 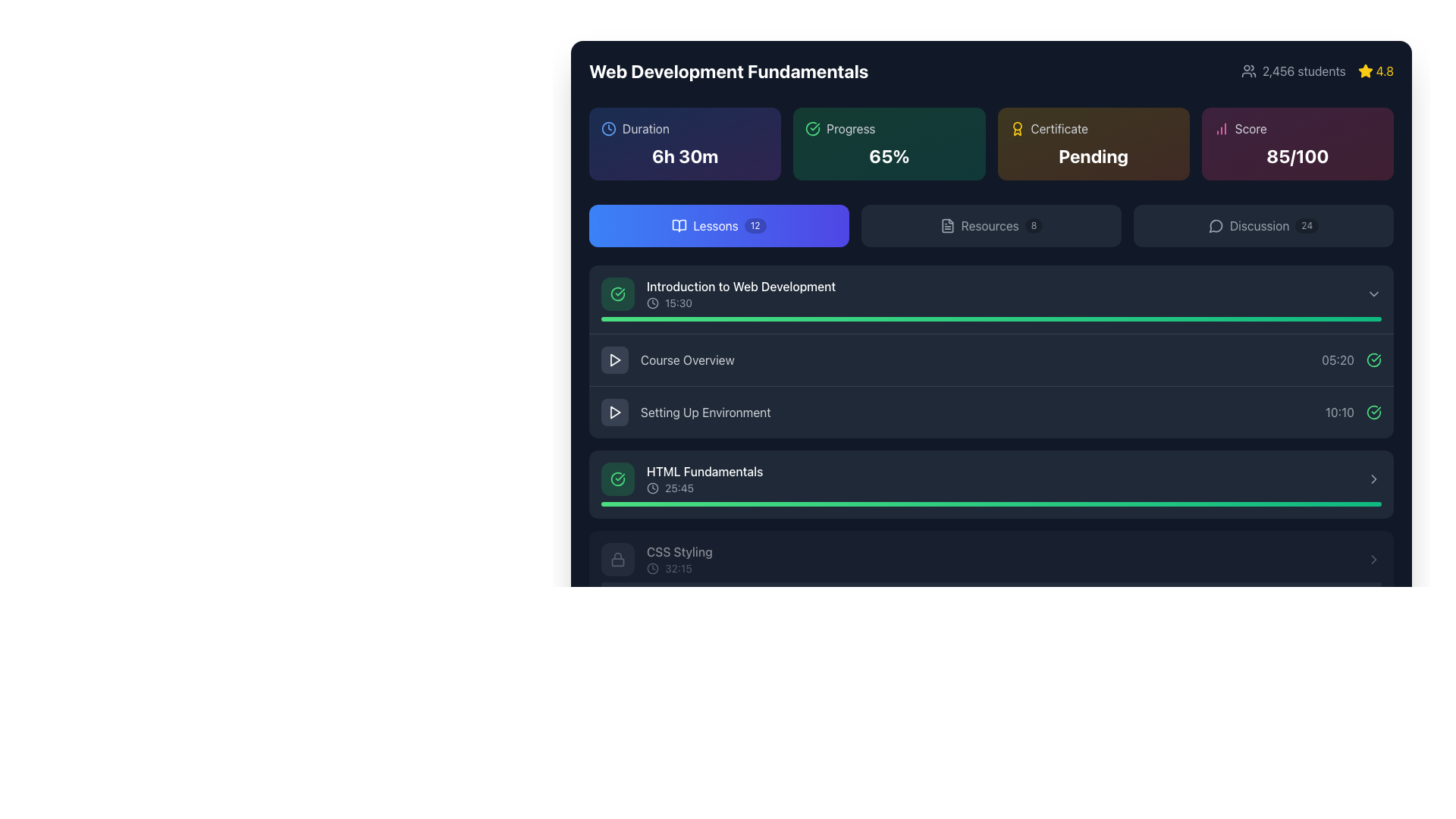 I want to click on the decorative icon that signifies the completion of the 'HTML Fundamentals' course, positioned to the left of the course title text, so click(x=618, y=479).